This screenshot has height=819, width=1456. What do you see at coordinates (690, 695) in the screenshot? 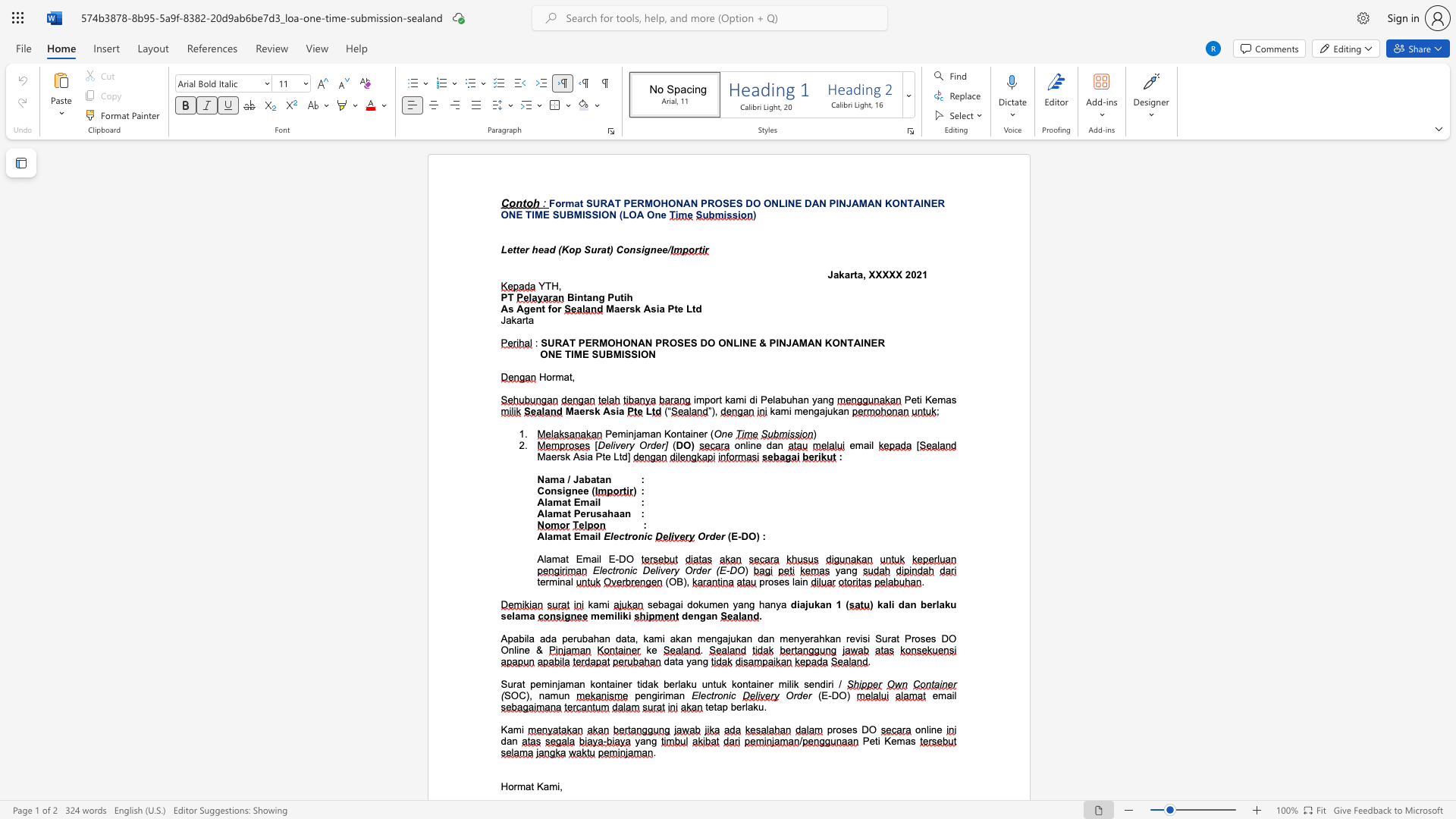
I see `the subset text "El" within the text "Electronic"` at bounding box center [690, 695].